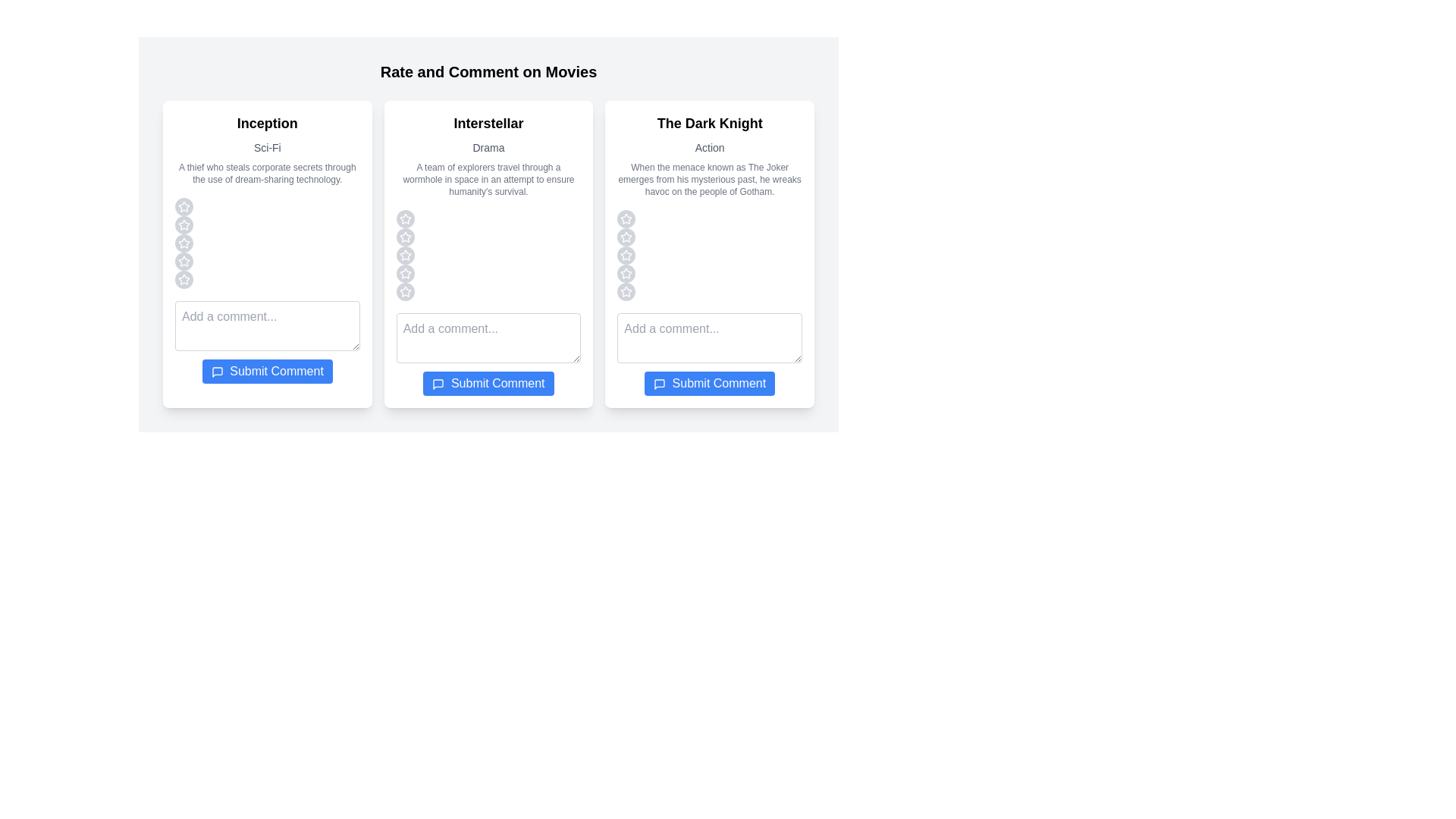 The image size is (1456, 819). What do you see at coordinates (626, 219) in the screenshot?
I see `the star corresponding to the rating 1 for the movie The Dark Knight` at bounding box center [626, 219].